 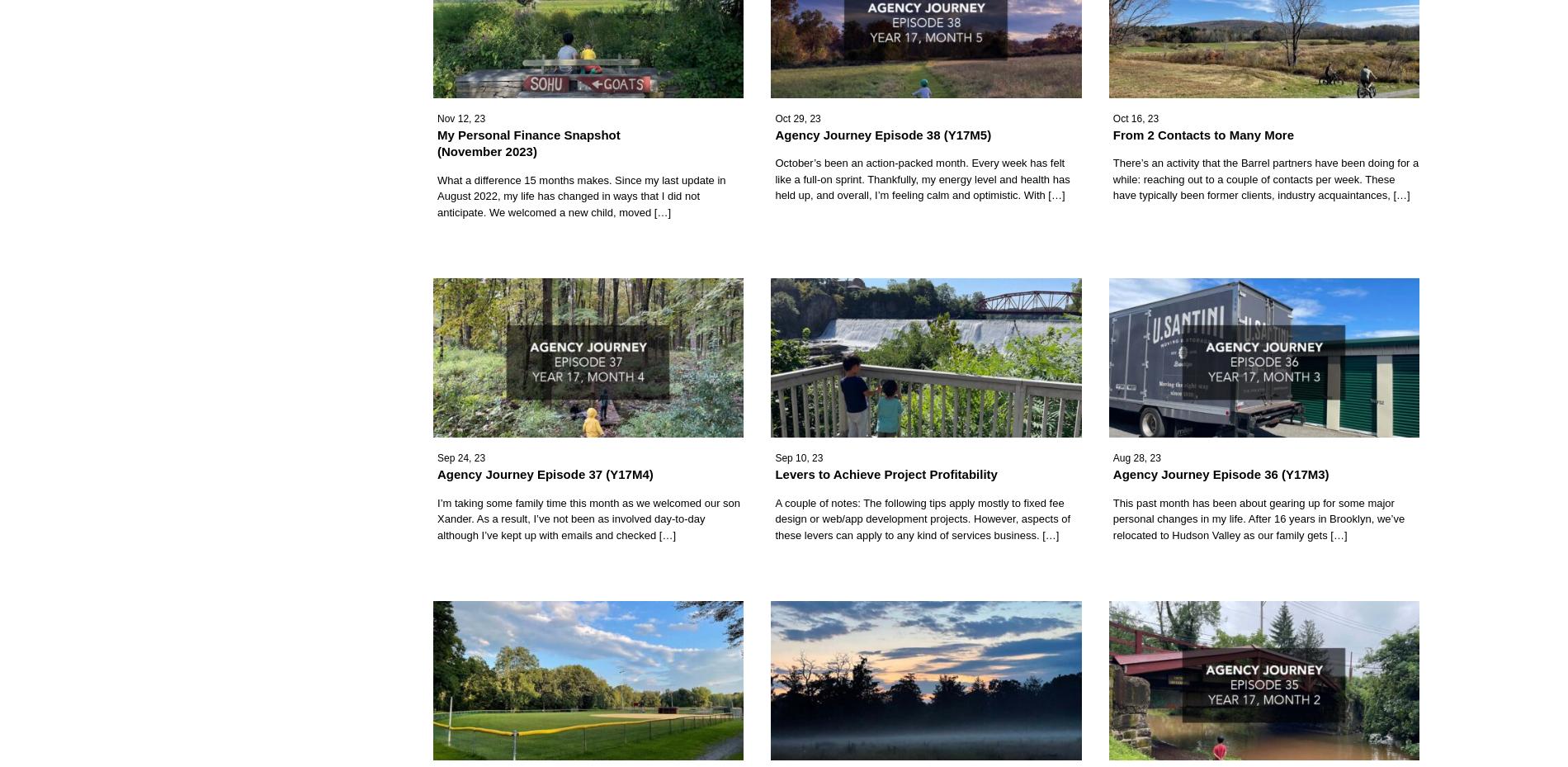 What do you see at coordinates (797, 118) in the screenshot?
I see `'Oct 29, 23'` at bounding box center [797, 118].